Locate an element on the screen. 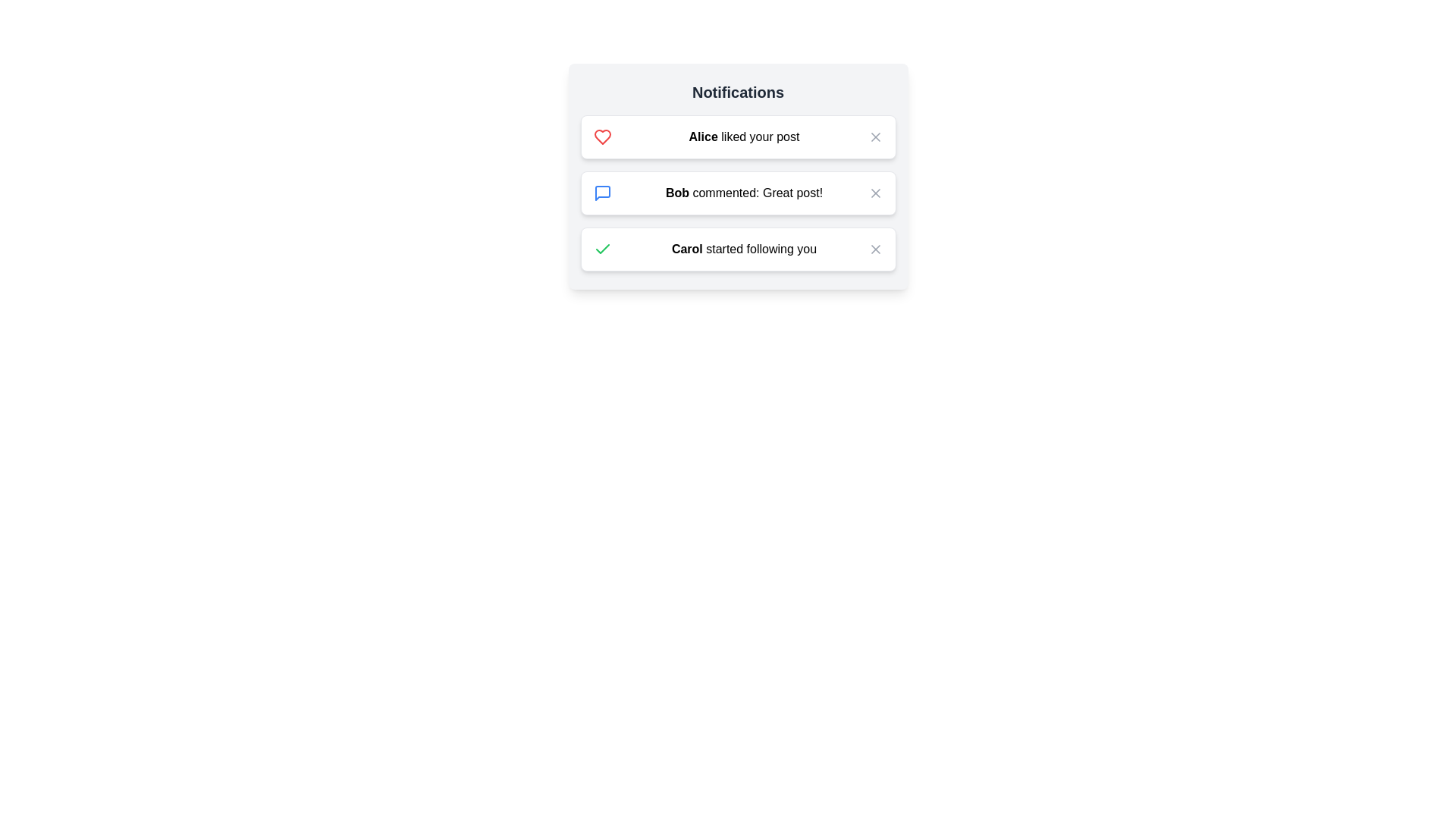 The width and height of the screenshot is (1456, 819). the text display element that shows 'Carol started following you' in the notifications section is located at coordinates (744, 248).